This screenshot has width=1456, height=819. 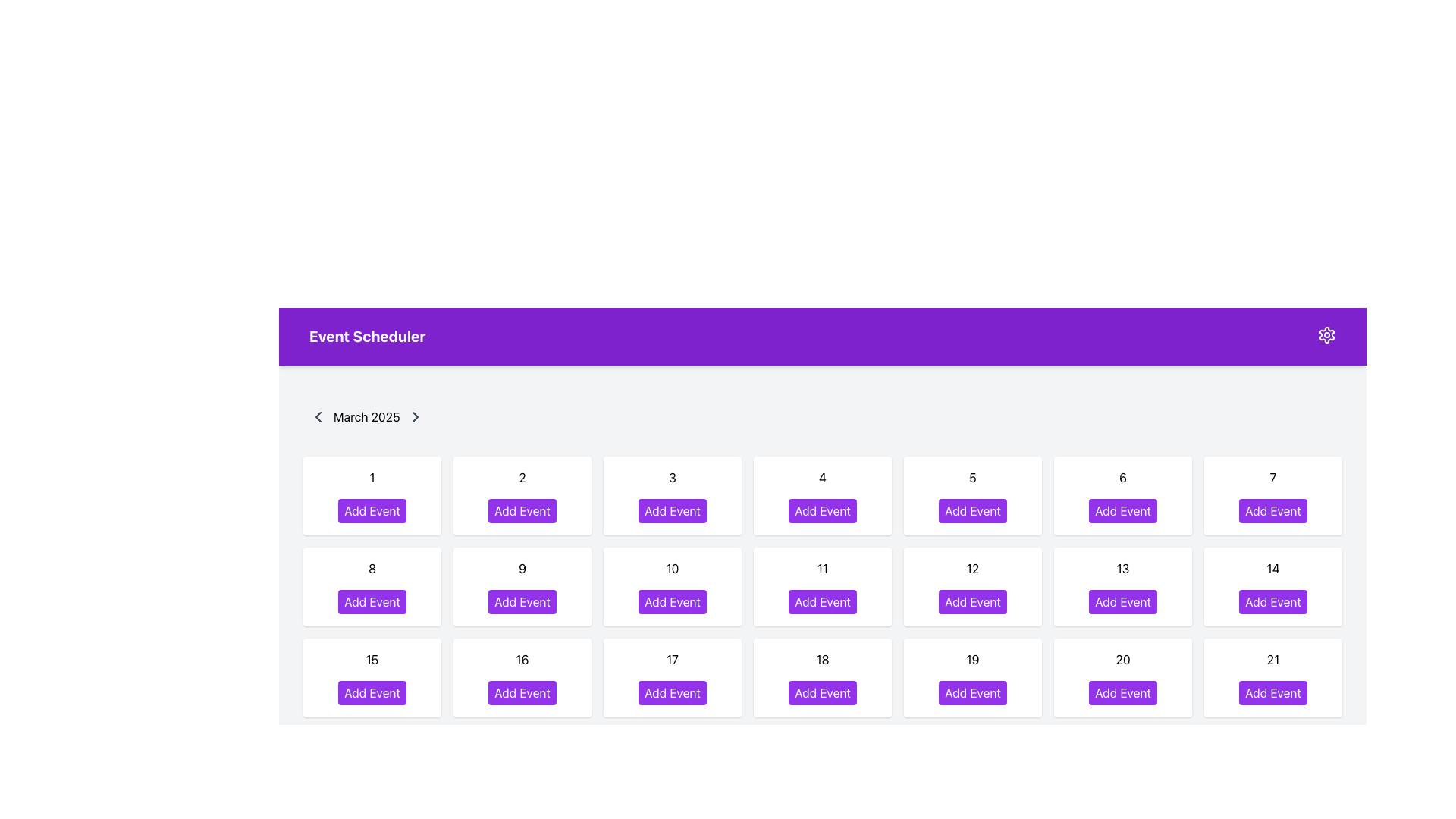 What do you see at coordinates (1273, 693) in the screenshot?
I see `the button` at bounding box center [1273, 693].